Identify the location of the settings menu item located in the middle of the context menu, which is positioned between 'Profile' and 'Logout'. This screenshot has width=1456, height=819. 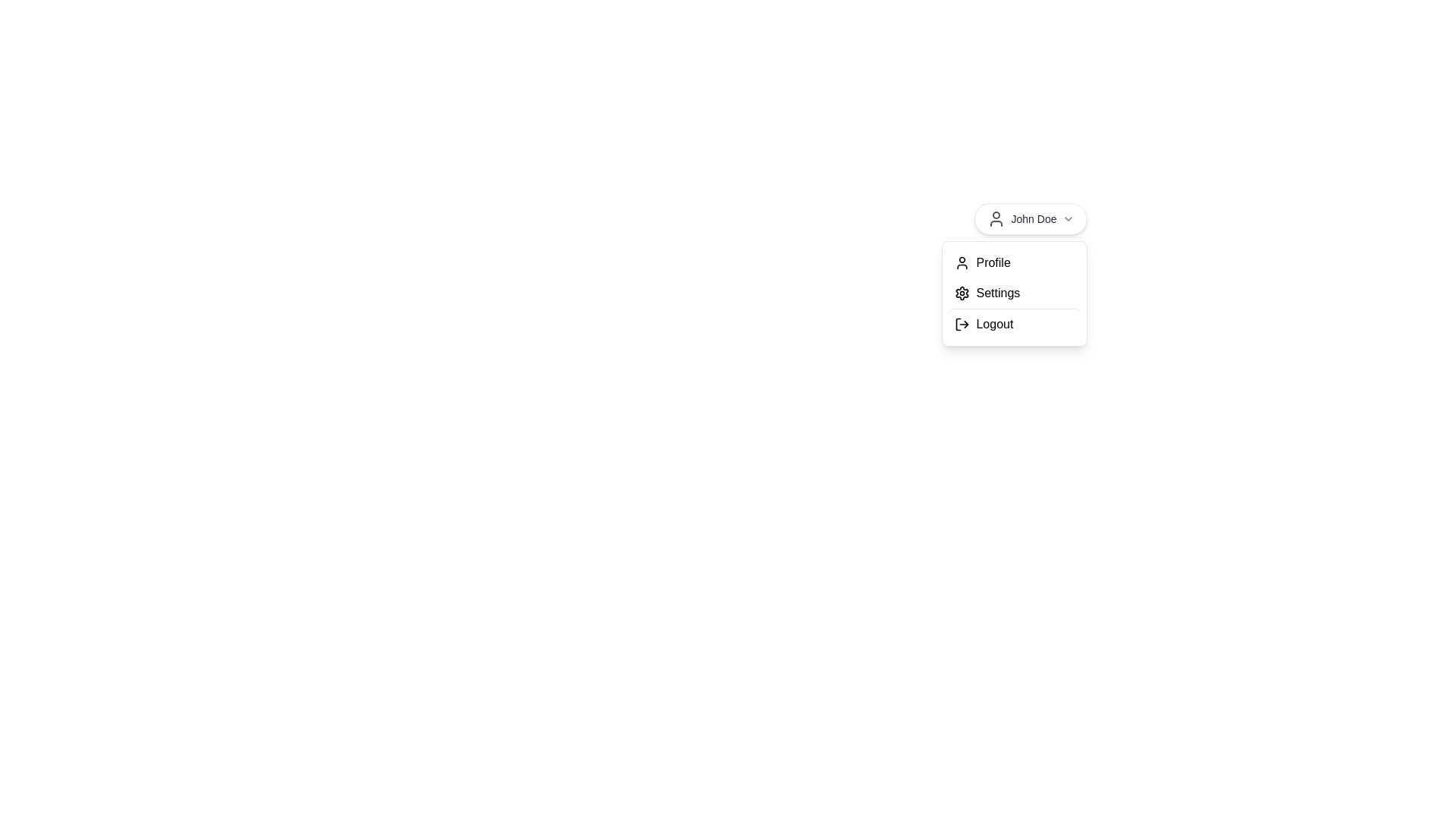
(1015, 293).